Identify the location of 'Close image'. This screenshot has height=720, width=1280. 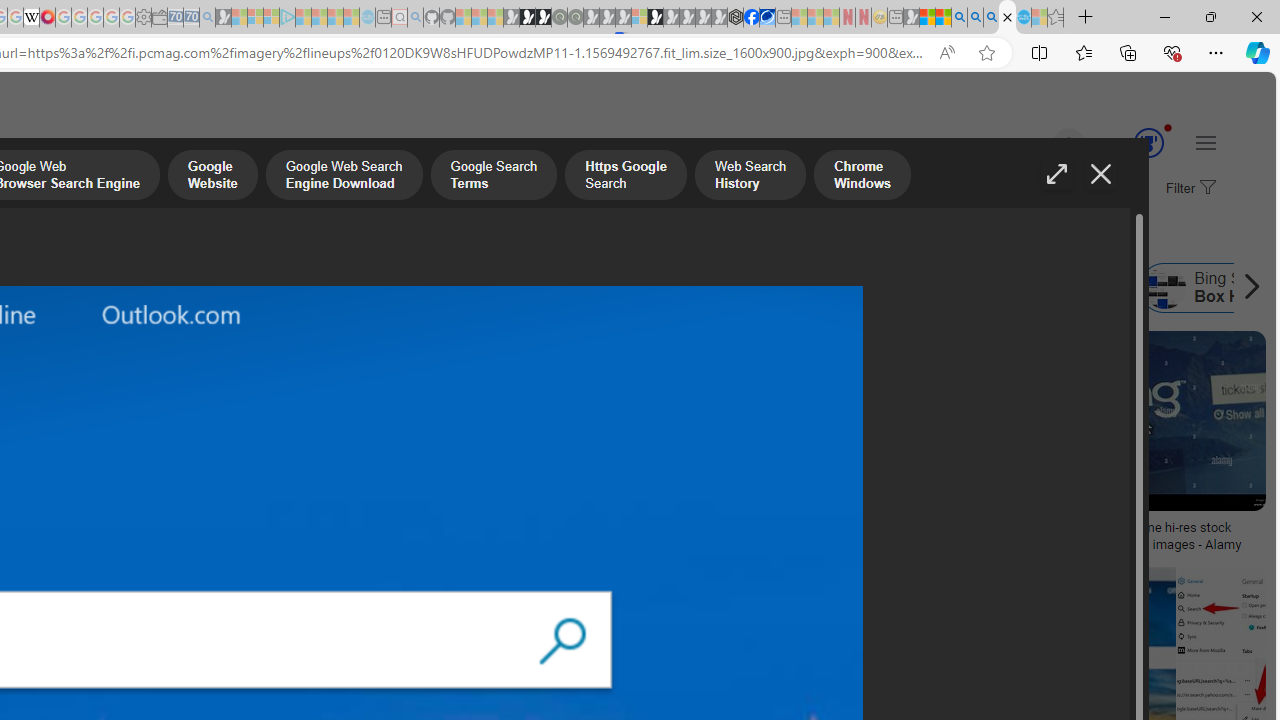
(1099, 173).